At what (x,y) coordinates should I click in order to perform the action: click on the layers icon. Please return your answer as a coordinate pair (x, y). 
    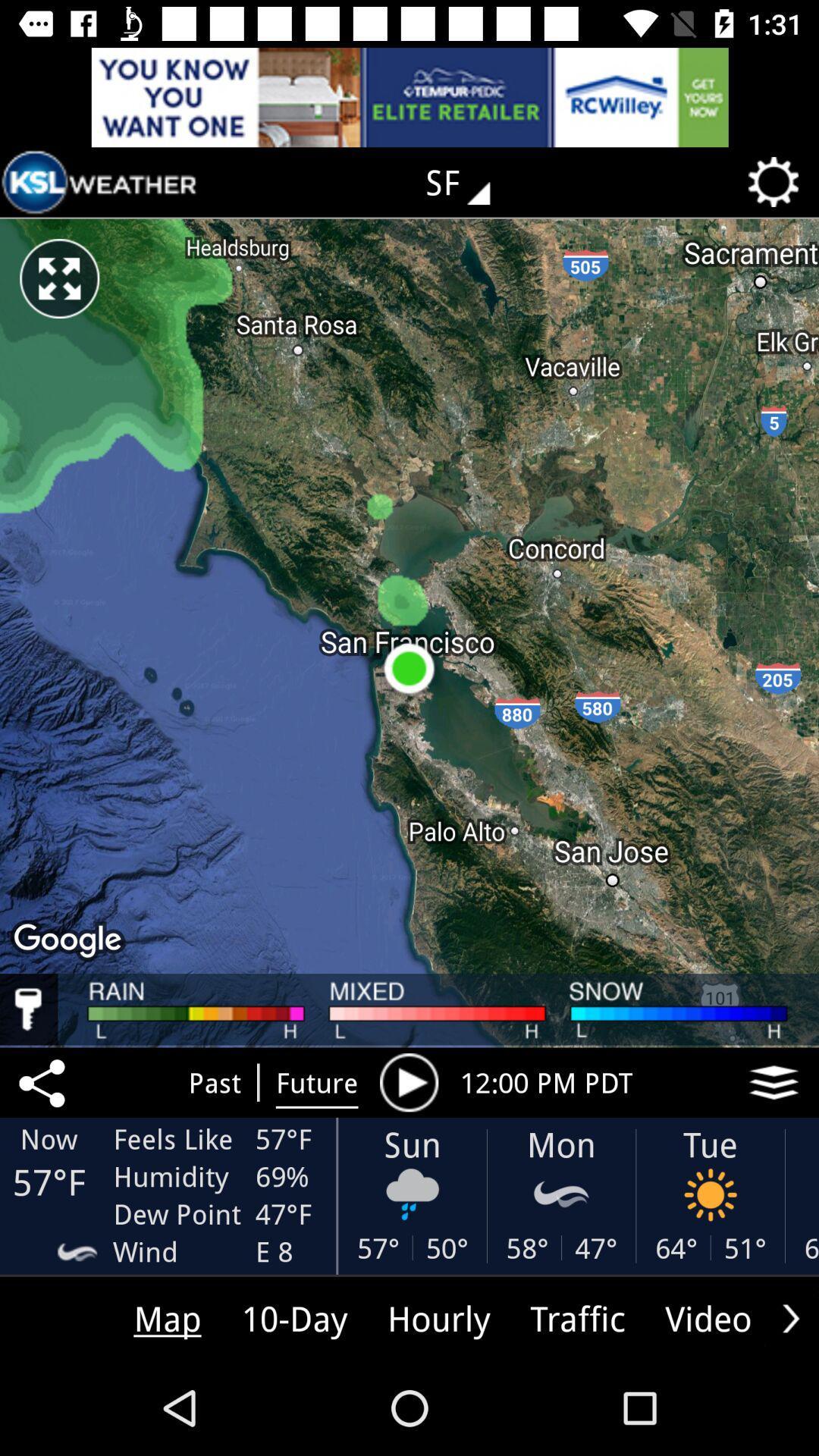
    Looking at the image, I should click on (773, 1081).